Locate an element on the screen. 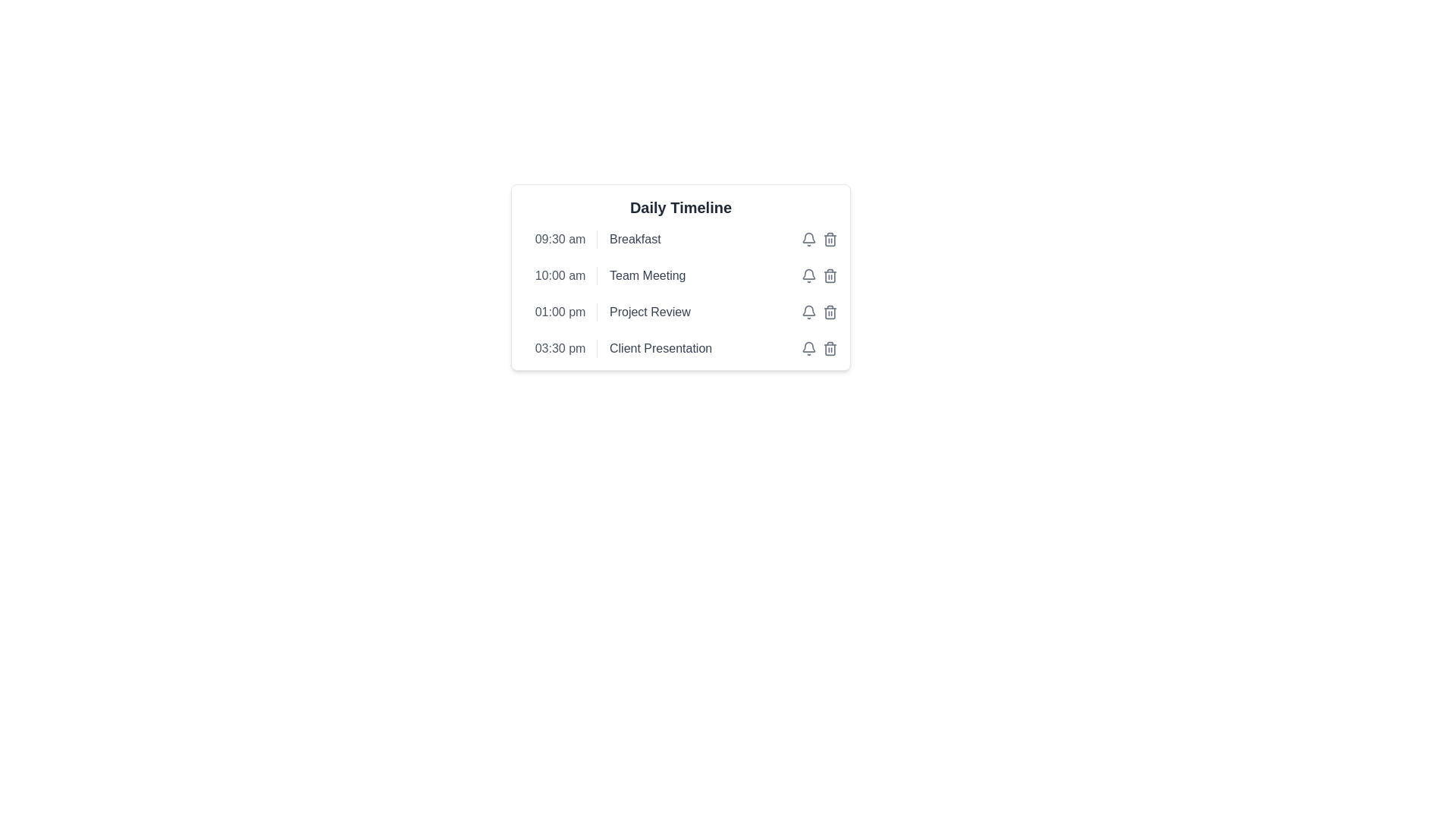 The height and width of the screenshot is (819, 1456). the bell-shaped icon button styled in gray that changes to blue when hovered, associated with the 'Project Review' entry in the Daily Timeline component is located at coordinates (808, 312).